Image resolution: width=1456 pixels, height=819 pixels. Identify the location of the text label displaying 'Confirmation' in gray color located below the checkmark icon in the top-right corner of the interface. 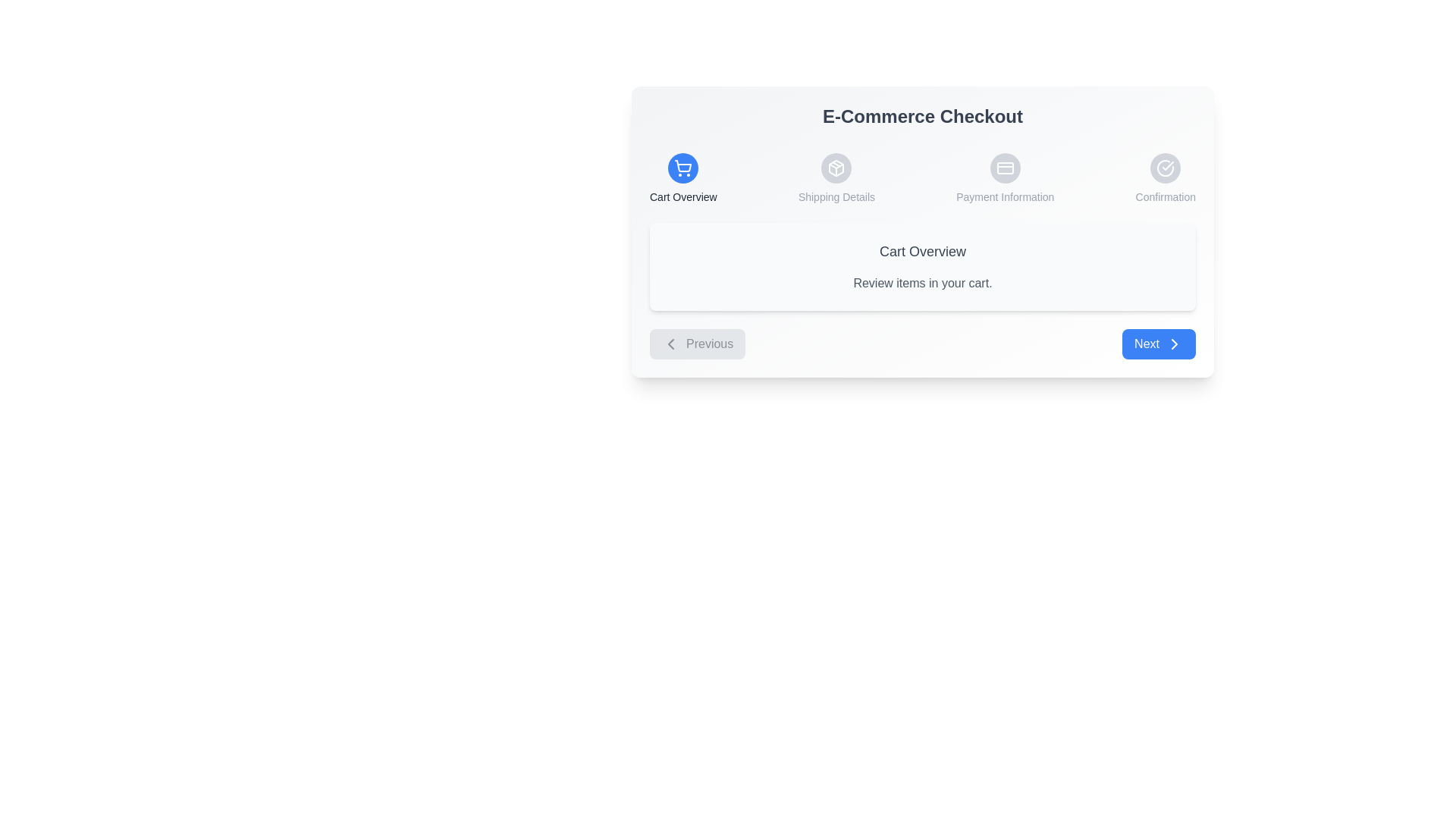
(1165, 196).